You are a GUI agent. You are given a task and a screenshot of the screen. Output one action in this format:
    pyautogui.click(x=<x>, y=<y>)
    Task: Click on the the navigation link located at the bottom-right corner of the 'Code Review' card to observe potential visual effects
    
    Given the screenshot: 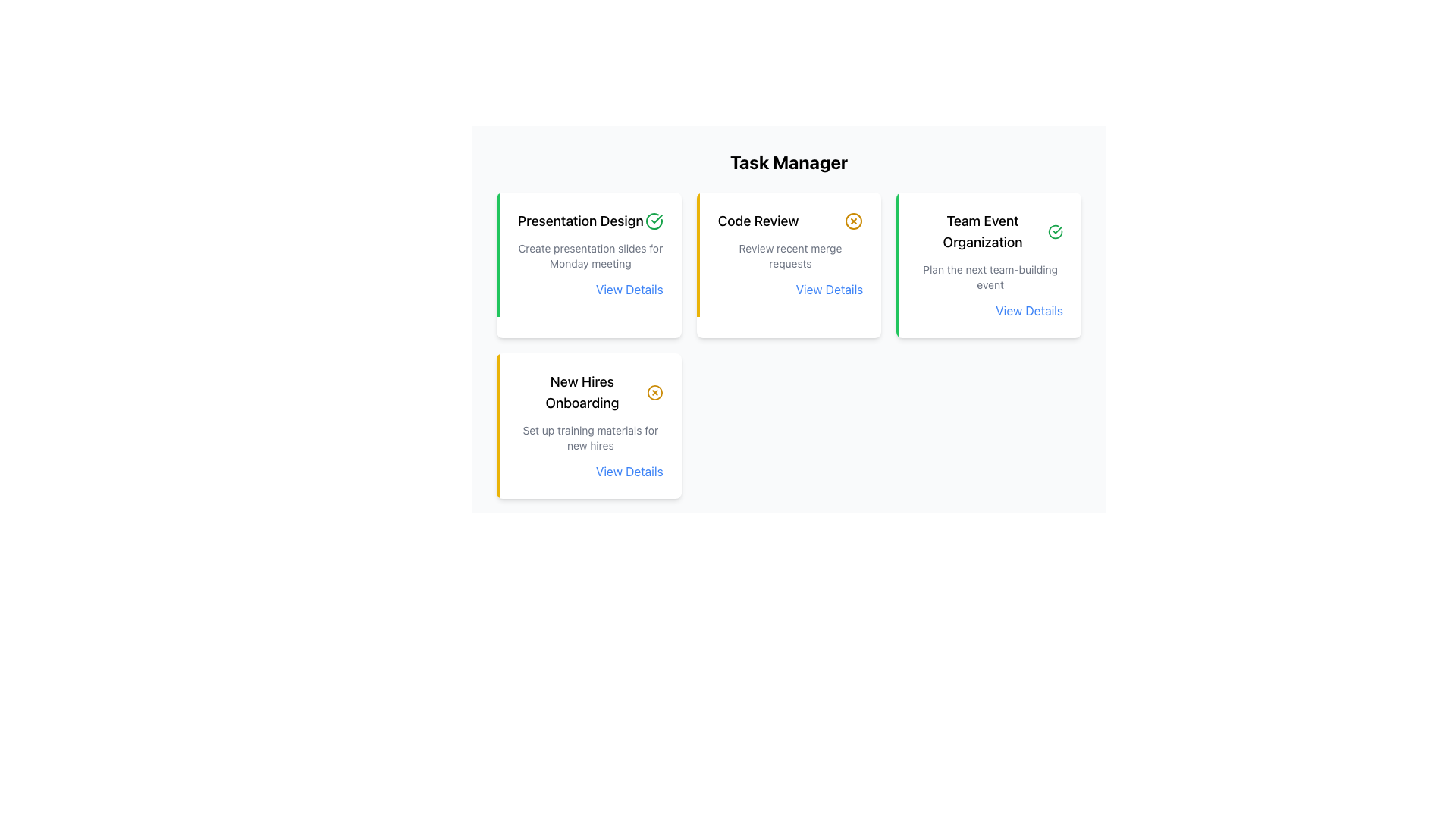 What is the action you would take?
    pyautogui.click(x=789, y=289)
    